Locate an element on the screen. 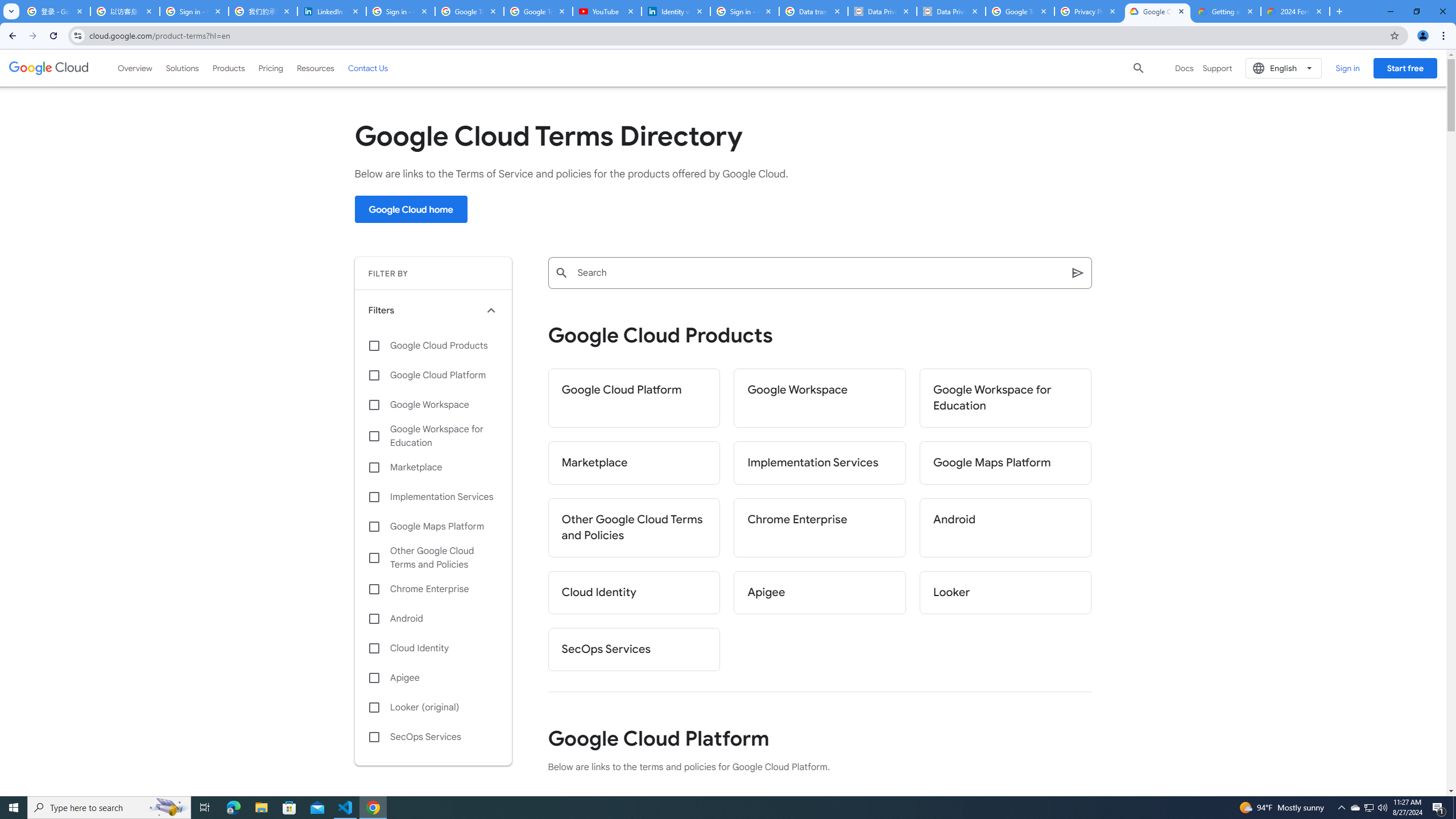 This screenshot has width=1456, height=819. 'Data Privacy Framework' is located at coordinates (950, 11).